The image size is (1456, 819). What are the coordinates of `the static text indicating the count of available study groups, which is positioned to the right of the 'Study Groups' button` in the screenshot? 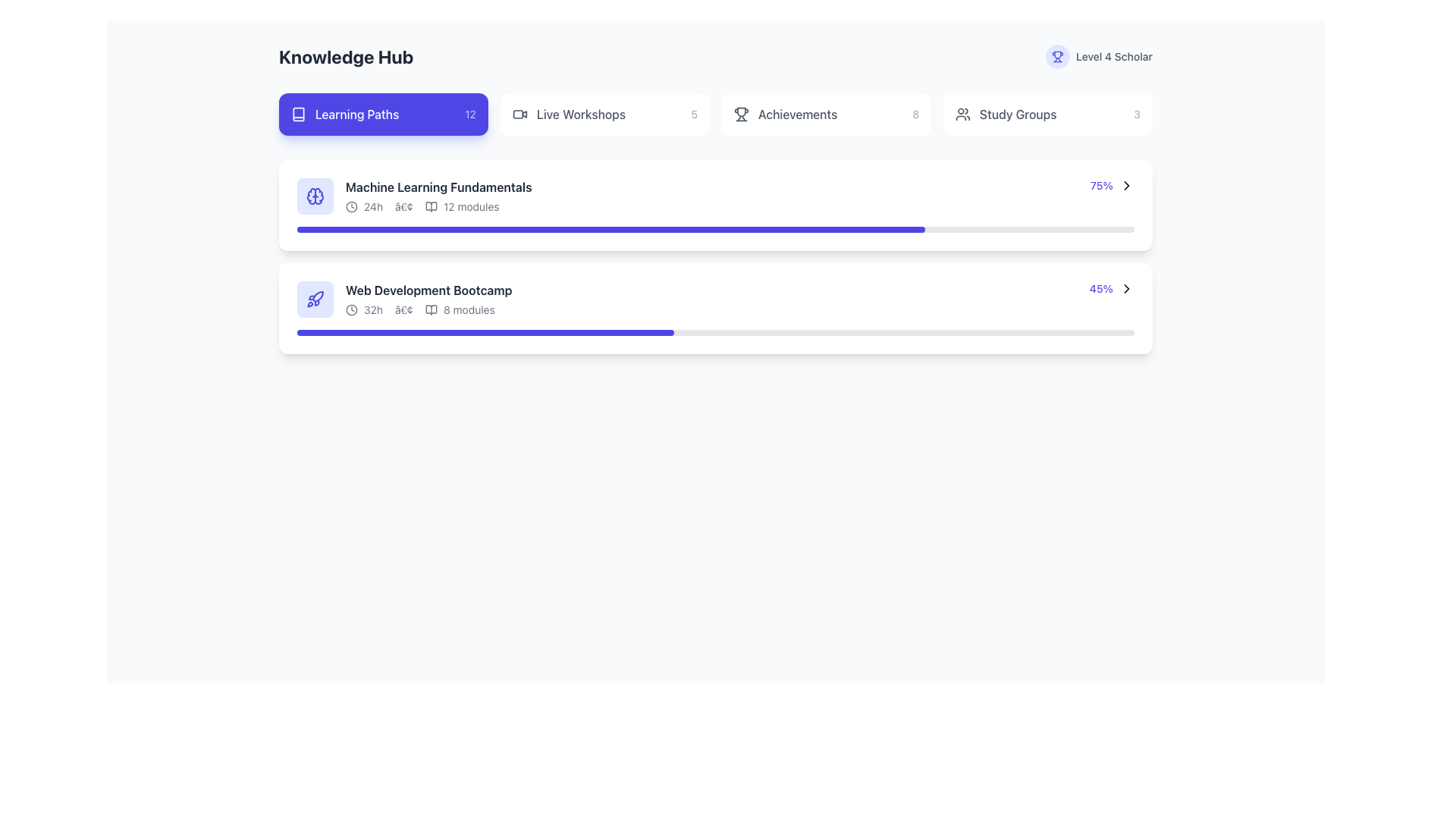 It's located at (1137, 113).